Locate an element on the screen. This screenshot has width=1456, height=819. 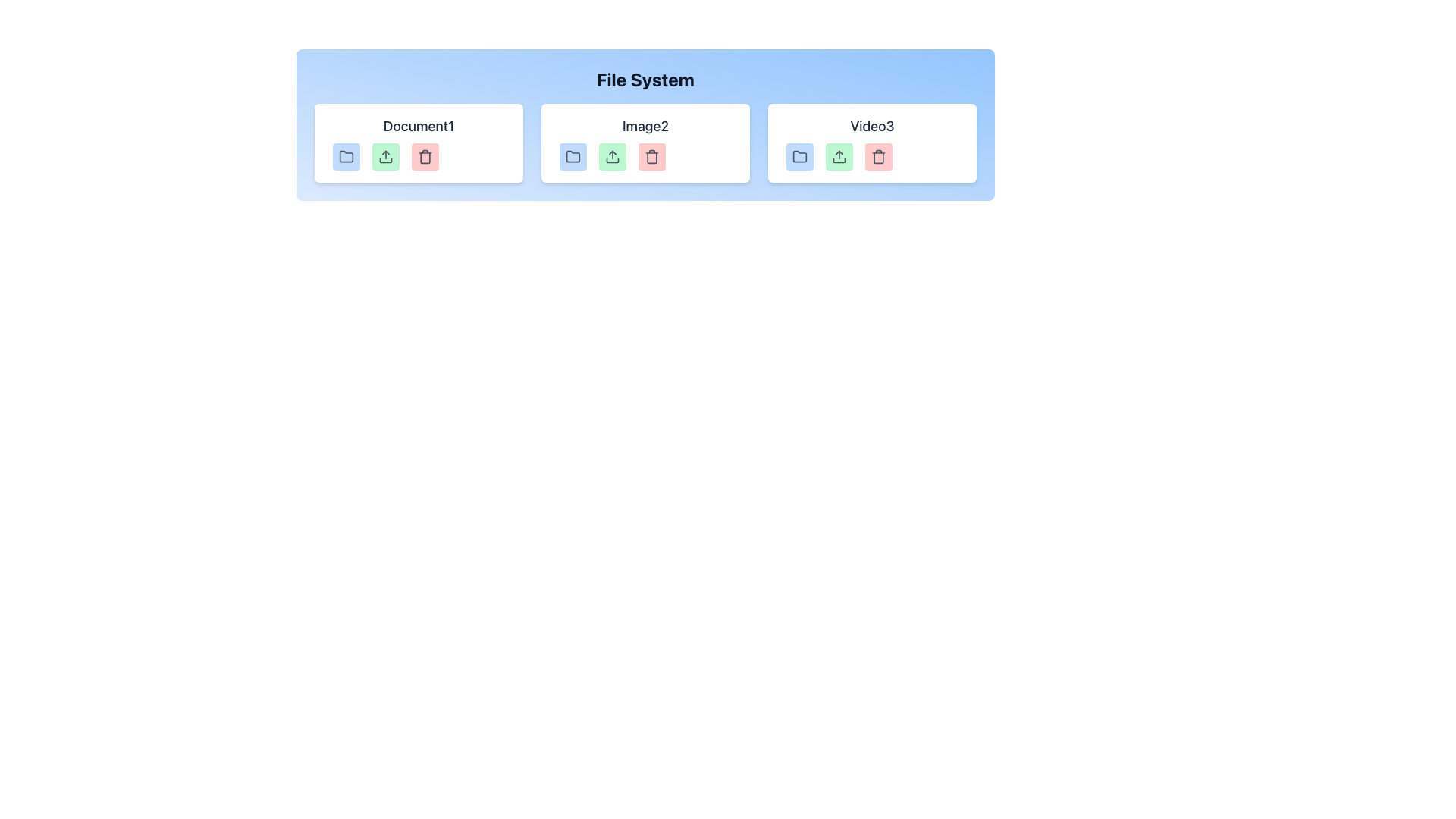
the folder icon with a gray outline located below the label 'Image2' in the 'File System' section is located at coordinates (572, 155).